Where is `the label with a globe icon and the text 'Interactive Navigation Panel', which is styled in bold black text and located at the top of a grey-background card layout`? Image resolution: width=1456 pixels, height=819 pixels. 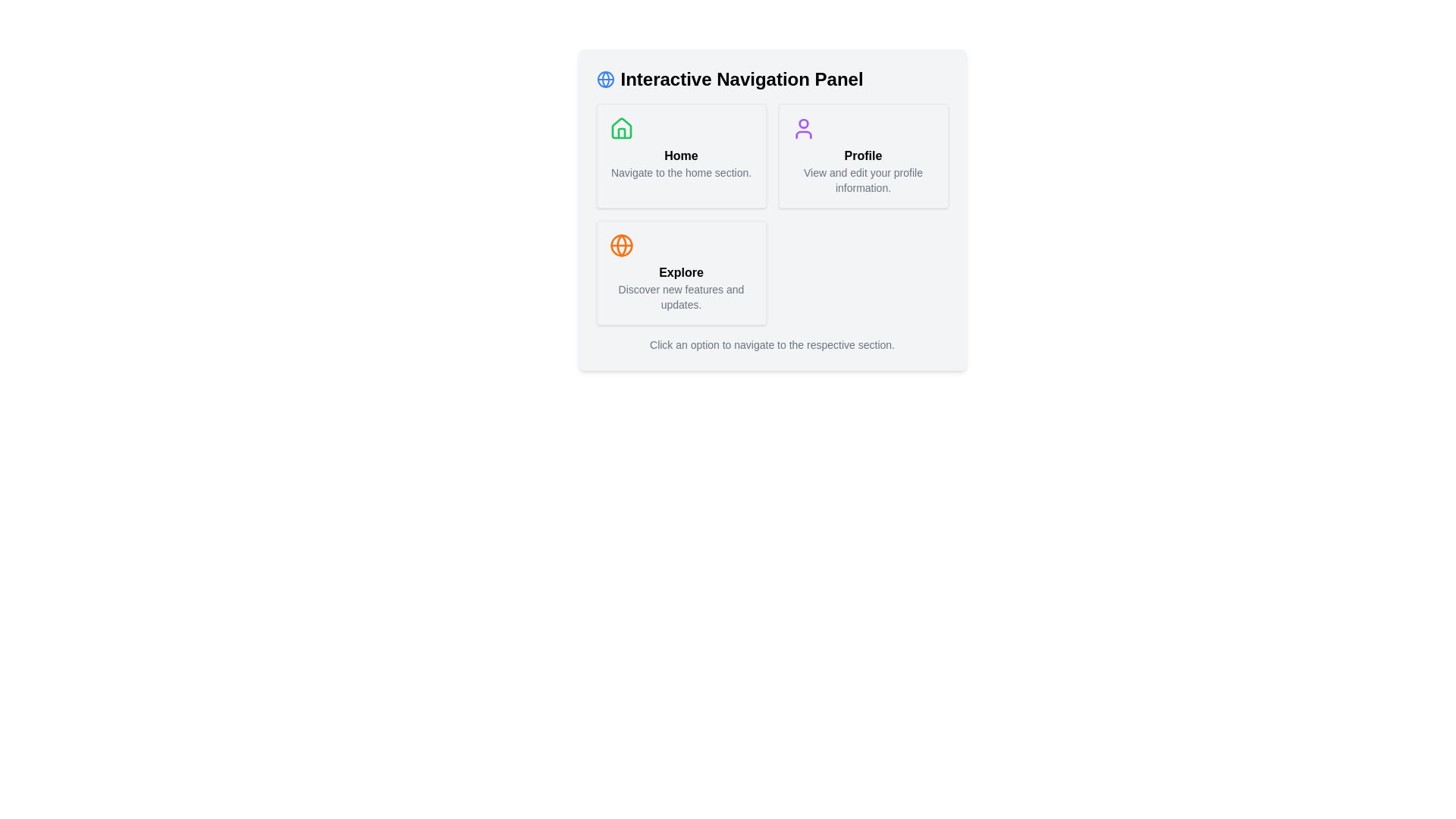
the label with a globe icon and the text 'Interactive Navigation Panel', which is styled in bold black text and located at the top of a grey-background card layout is located at coordinates (772, 79).